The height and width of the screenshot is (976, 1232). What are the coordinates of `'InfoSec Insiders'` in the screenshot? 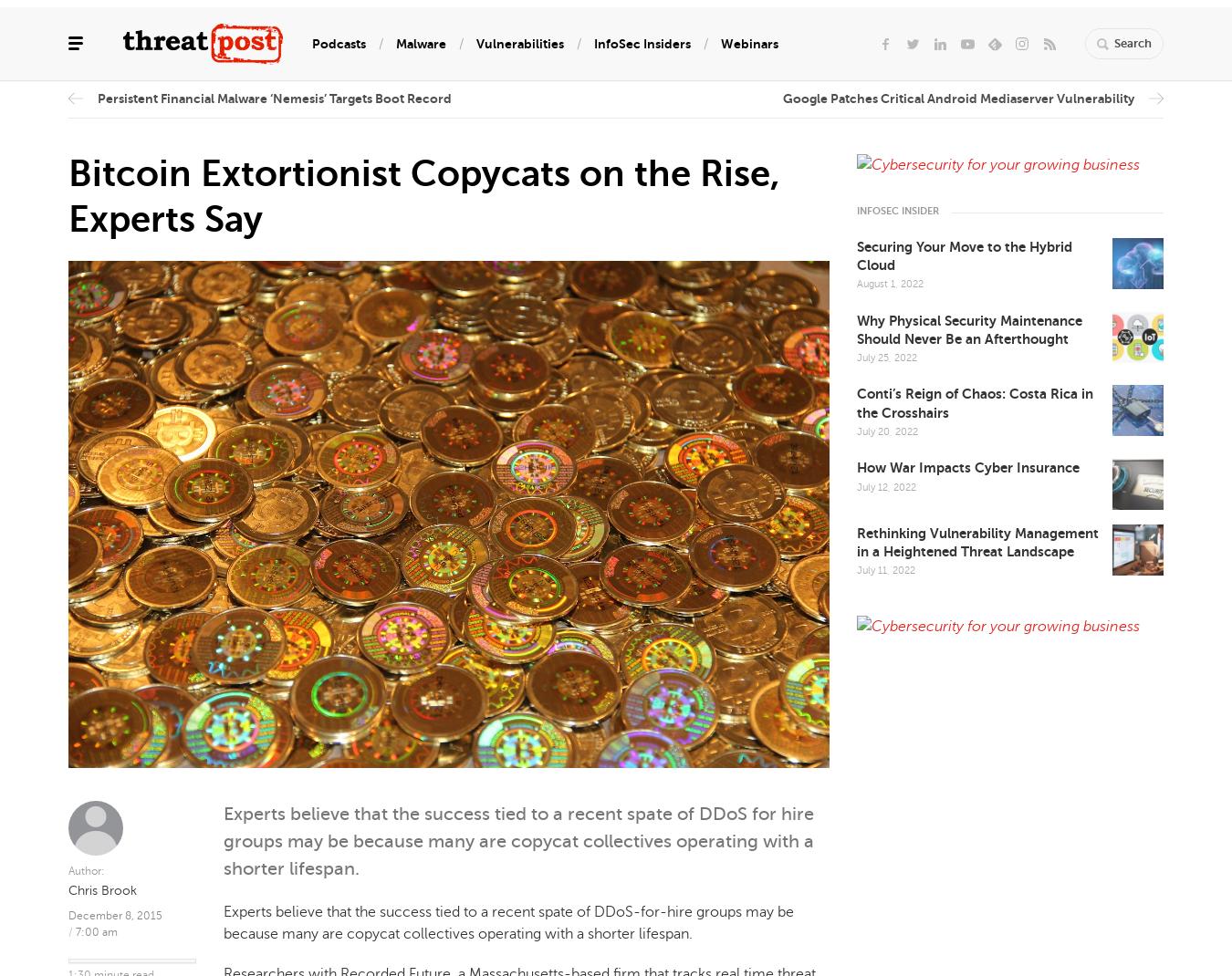 It's located at (642, 41).